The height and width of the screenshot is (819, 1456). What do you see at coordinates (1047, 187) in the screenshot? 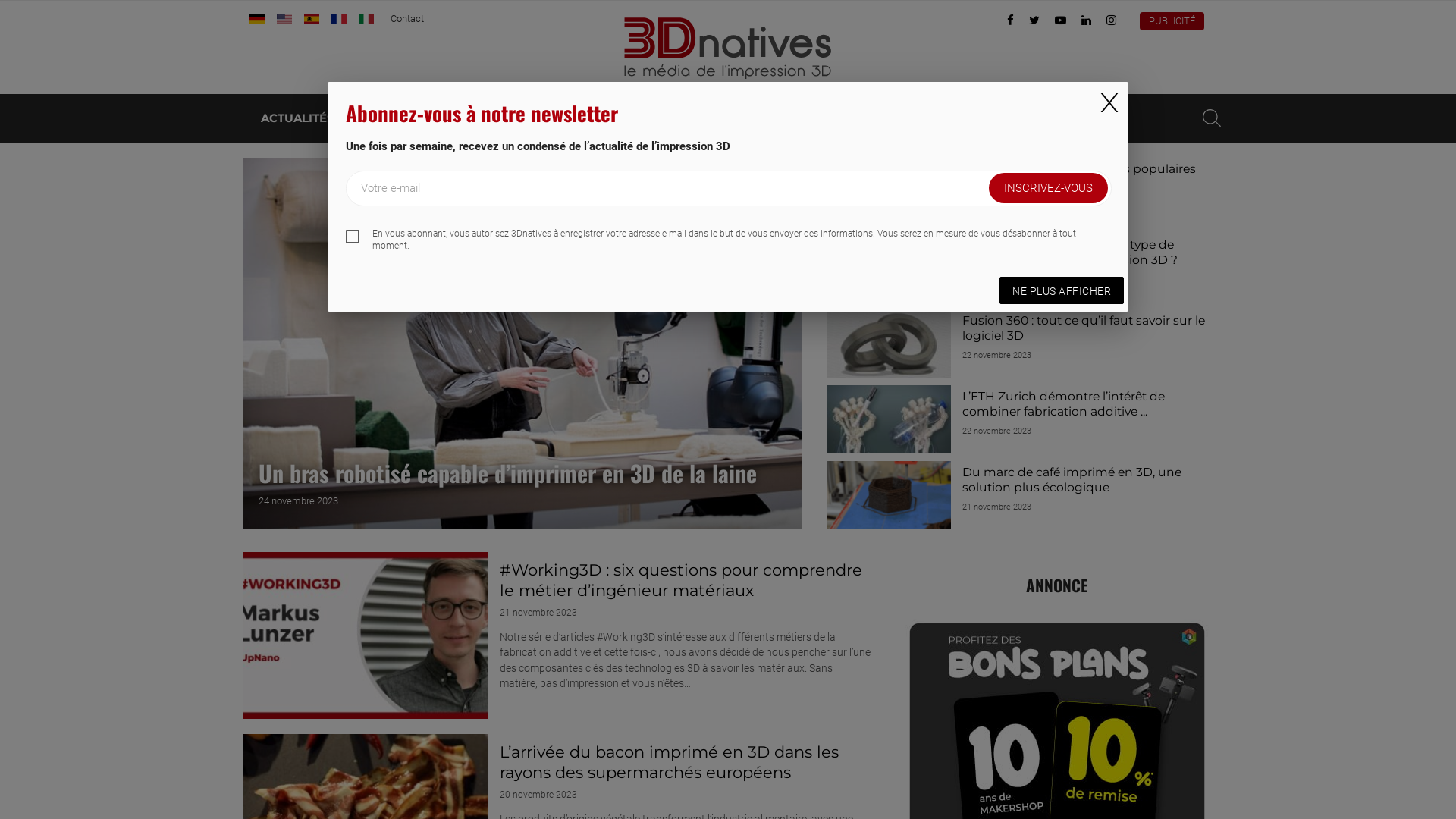
I see `'INSCRIVEZ-VOUS'` at bounding box center [1047, 187].